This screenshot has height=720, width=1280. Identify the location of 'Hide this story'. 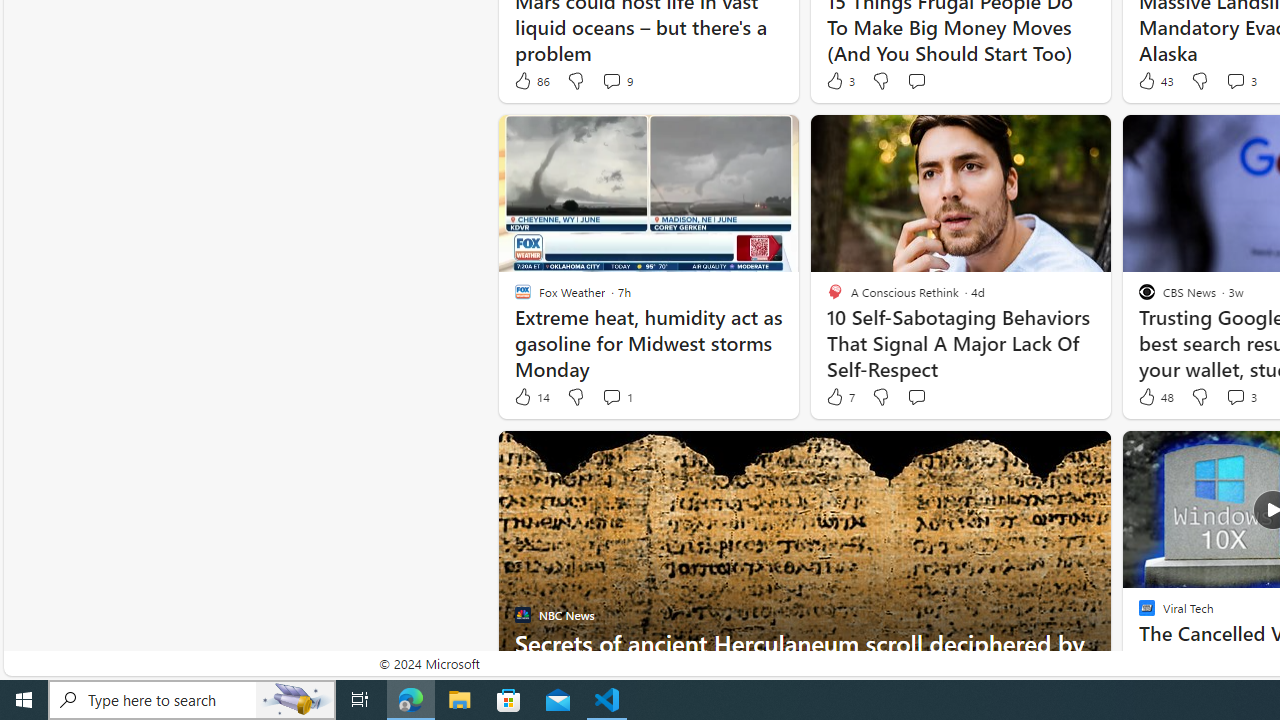
(1049, 455).